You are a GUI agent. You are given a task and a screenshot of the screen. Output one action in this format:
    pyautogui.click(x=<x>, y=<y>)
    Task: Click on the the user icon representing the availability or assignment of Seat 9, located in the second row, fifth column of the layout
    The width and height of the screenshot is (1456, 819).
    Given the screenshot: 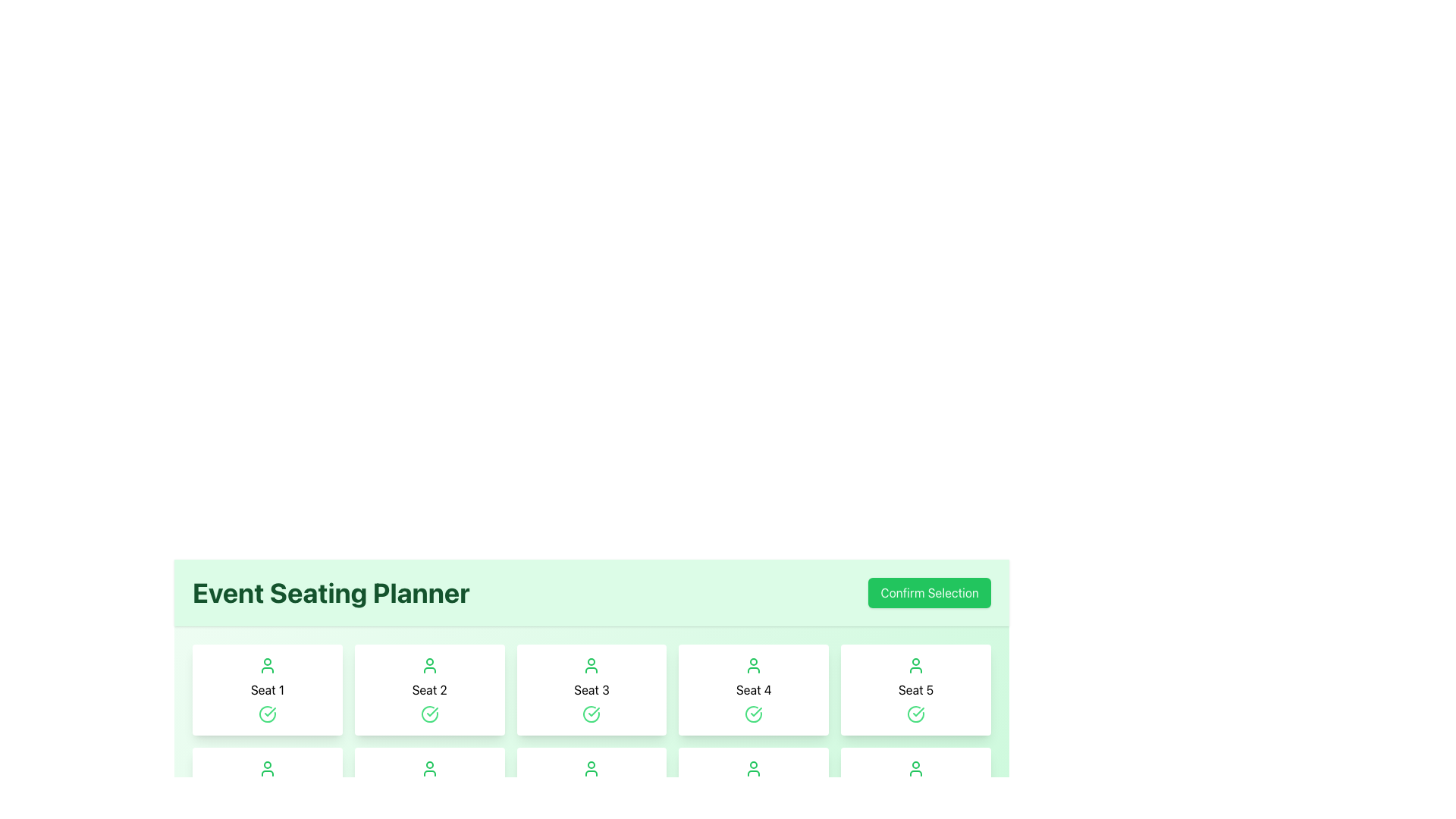 What is the action you would take?
    pyautogui.click(x=754, y=769)
    